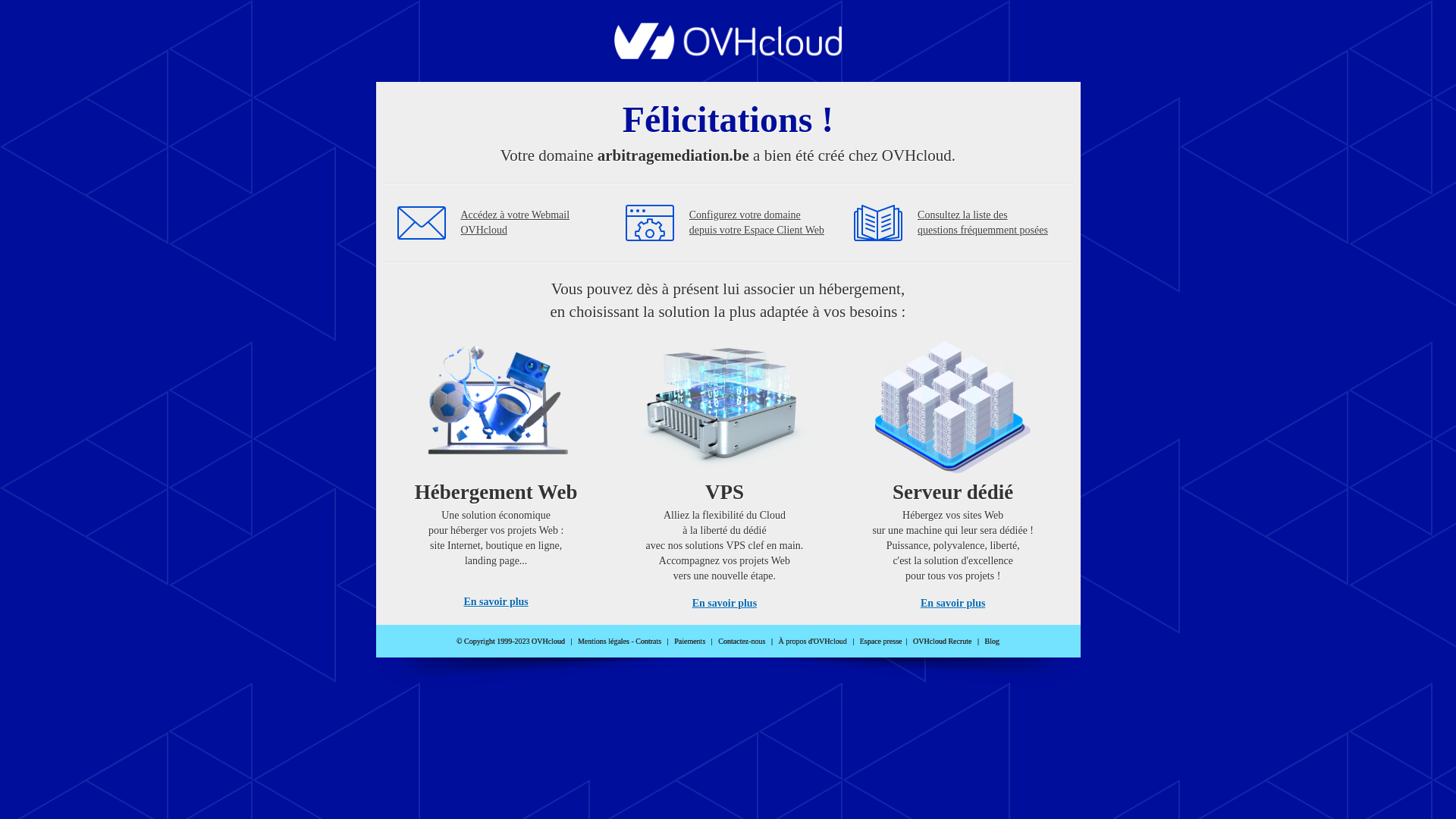 Image resolution: width=1456 pixels, height=819 pixels. Describe the element at coordinates (495, 601) in the screenshot. I see `'En savoir plus'` at that location.